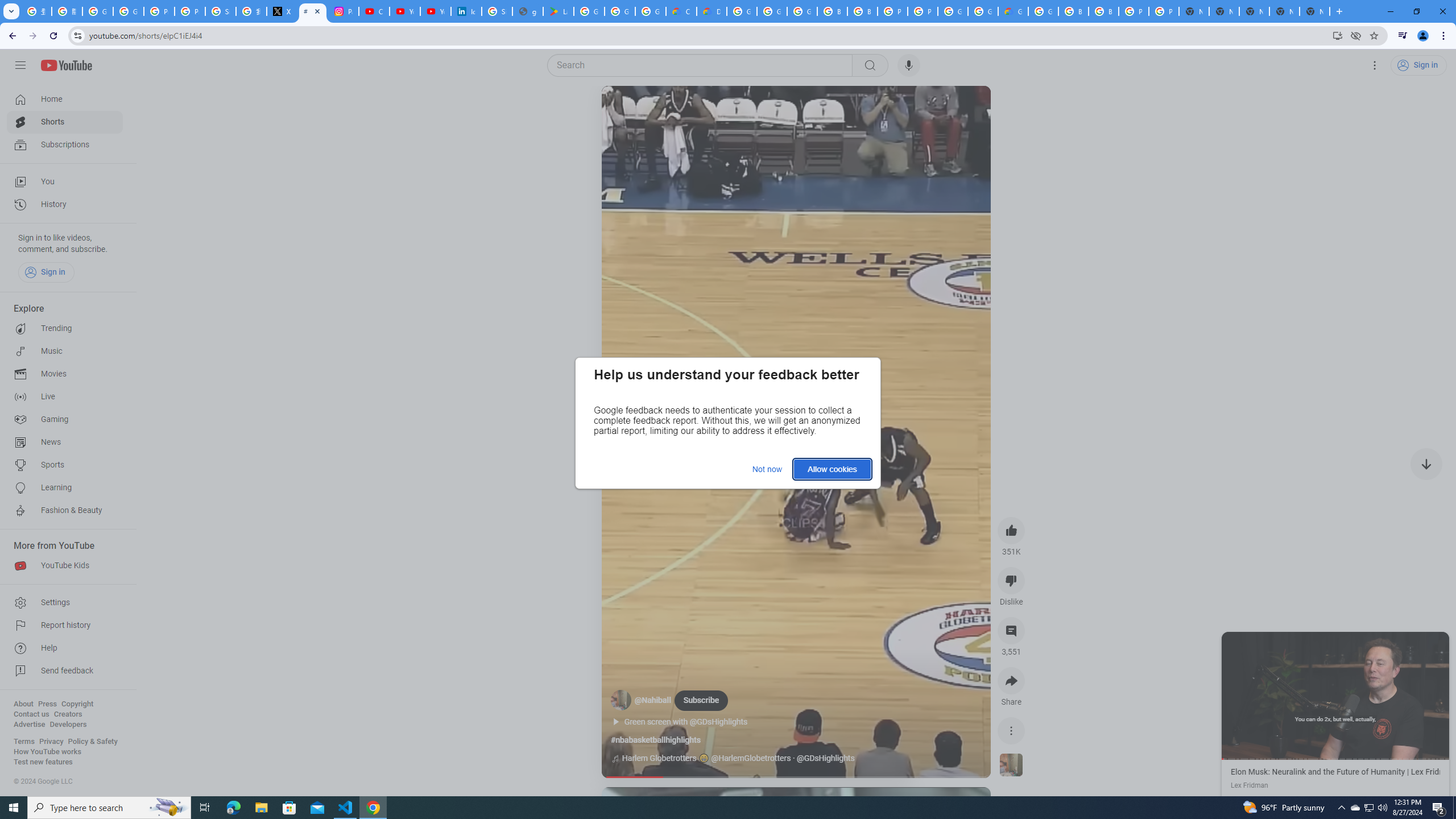  I want to click on 'Trending', so click(64, 329).